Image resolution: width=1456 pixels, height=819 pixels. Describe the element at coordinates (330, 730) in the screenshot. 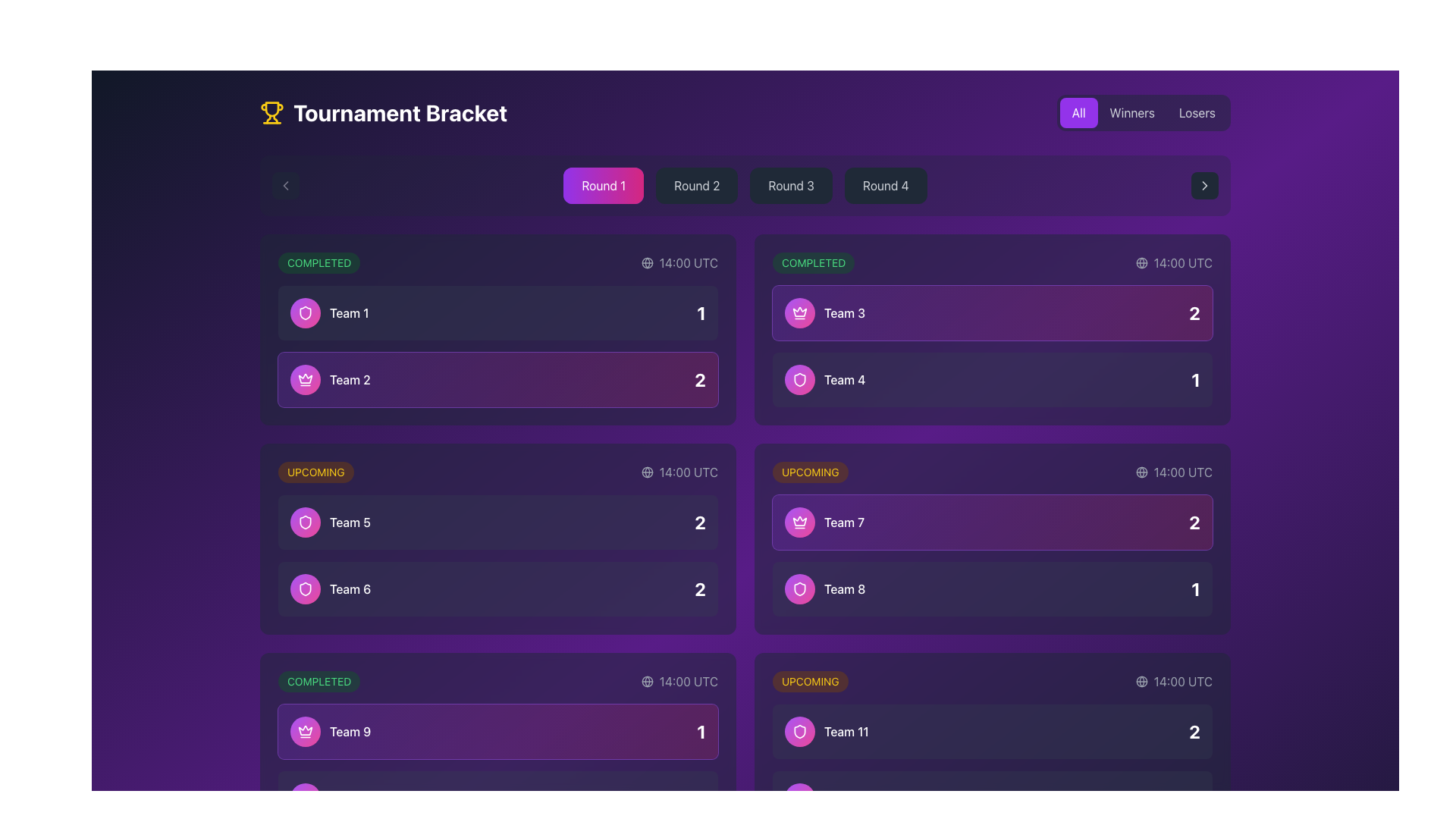

I see `the 'Team 9' text label` at that location.